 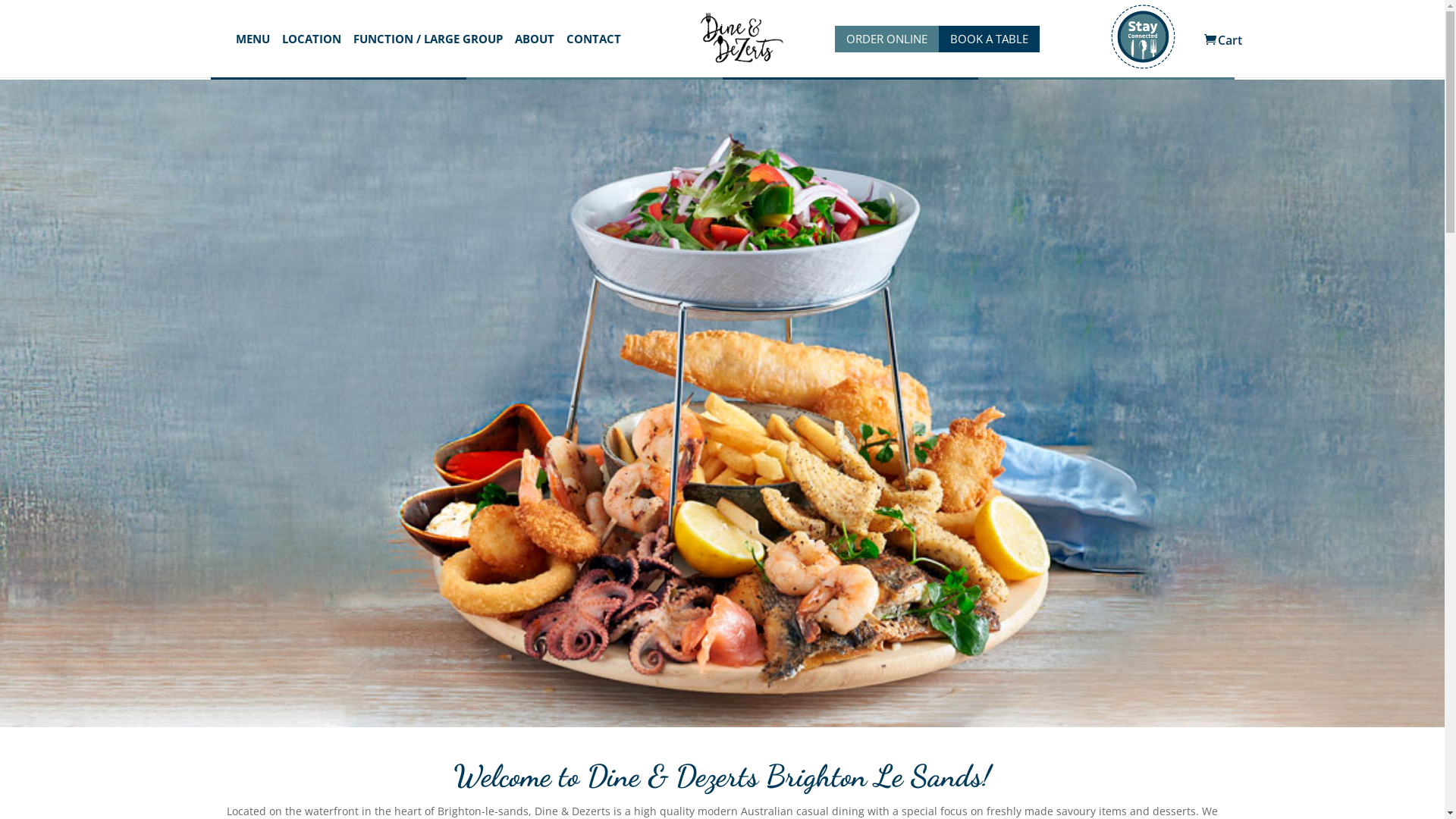 What do you see at coordinates (311, 55) in the screenshot?
I see `'LOCATION'` at bounding box center [311, 55].